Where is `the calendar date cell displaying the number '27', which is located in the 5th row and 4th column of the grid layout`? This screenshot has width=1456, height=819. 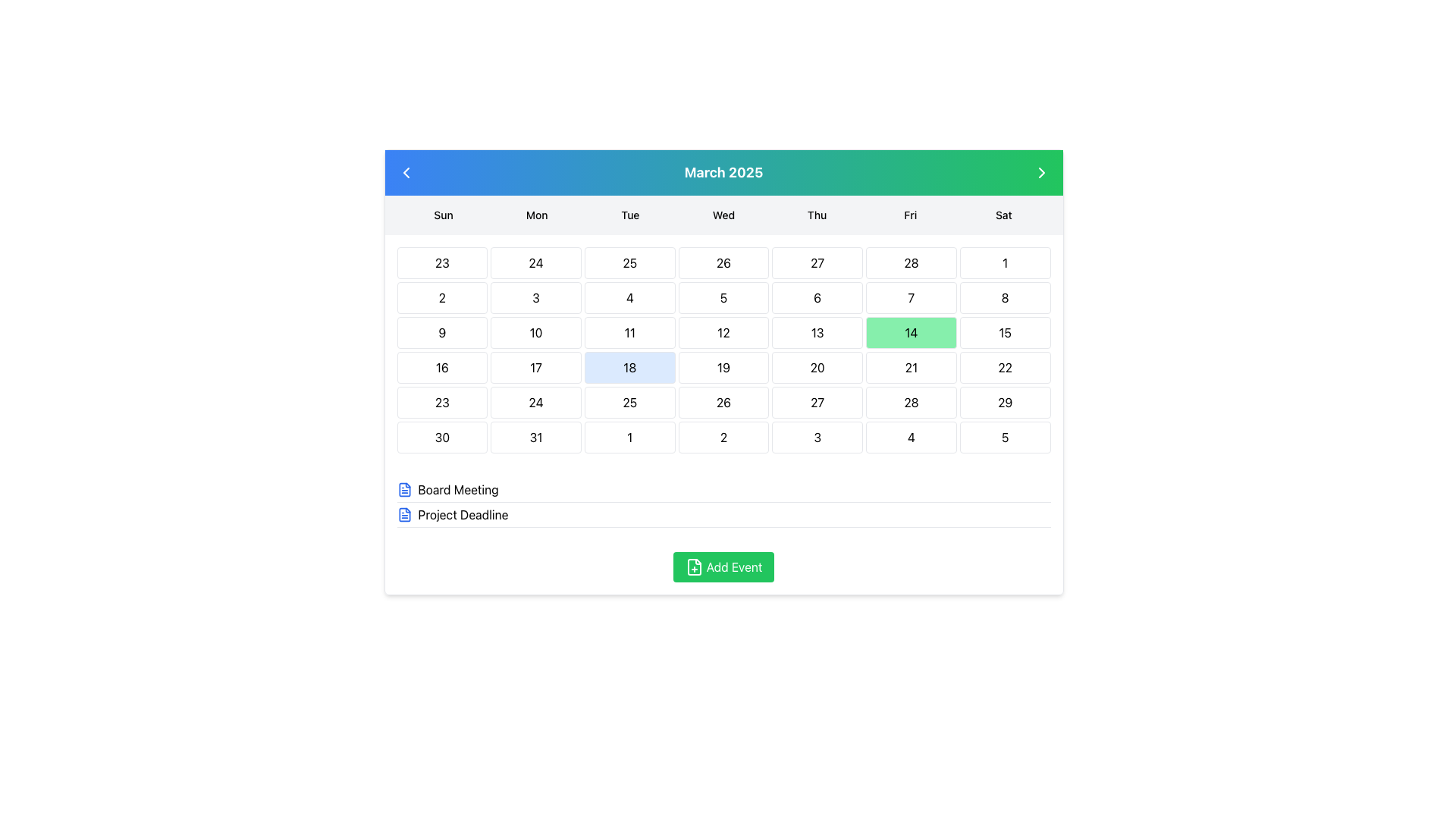 the calendar date cell displaying the number '27', which is located in the 5th row and 4th column of the grid layout is located at coordinates (817, 402).